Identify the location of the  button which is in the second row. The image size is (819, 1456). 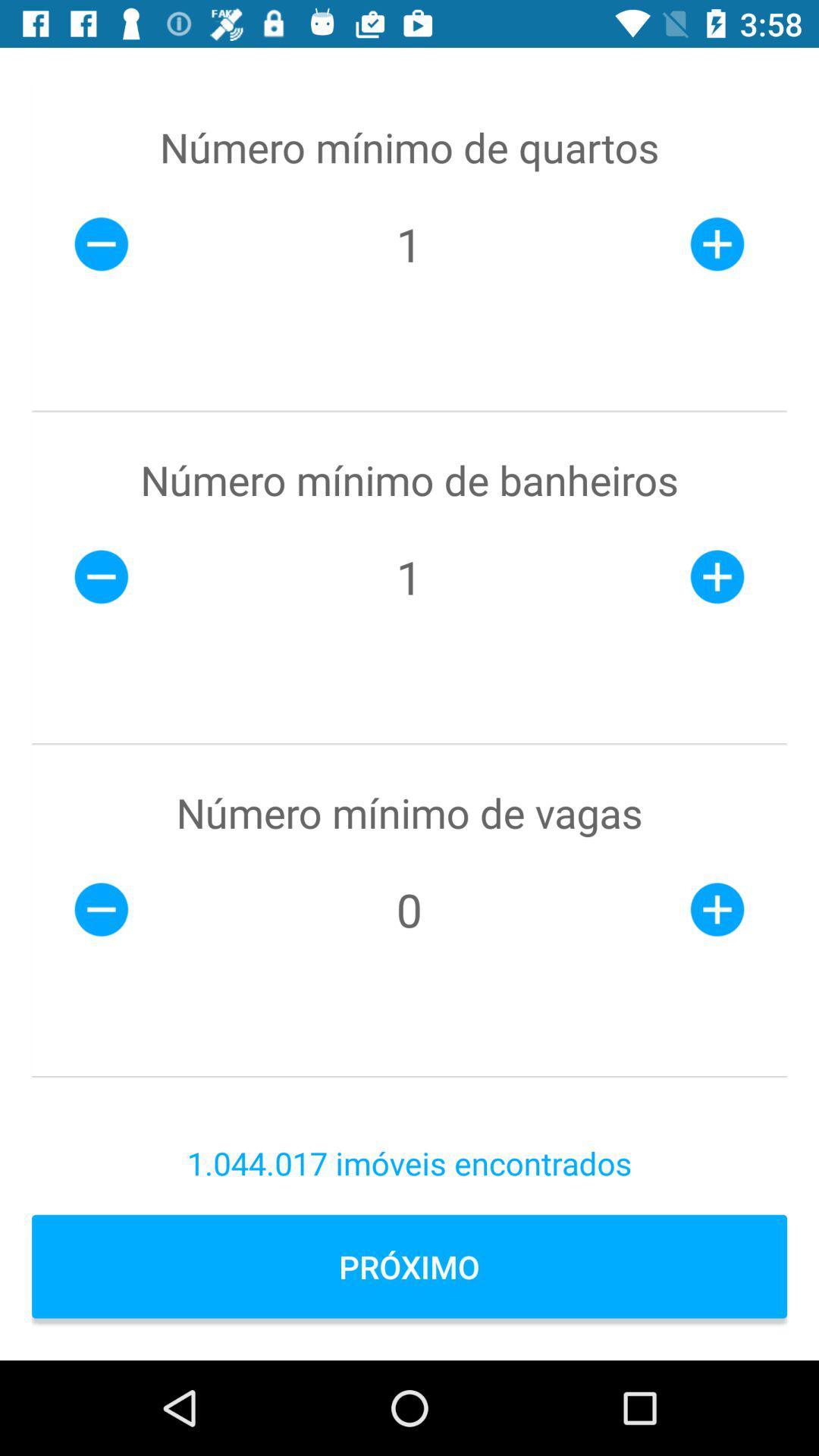
(102, 576).